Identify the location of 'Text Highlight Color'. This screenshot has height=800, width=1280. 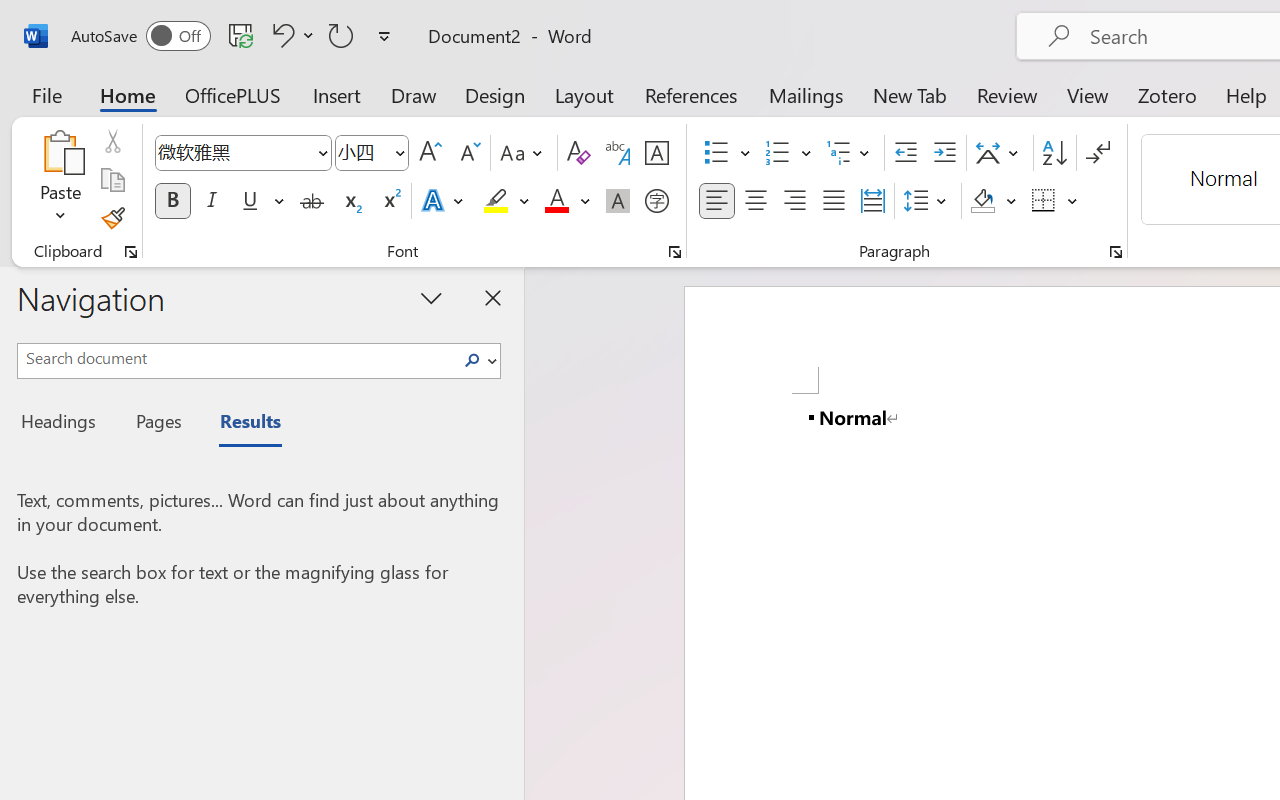
(506, 201).